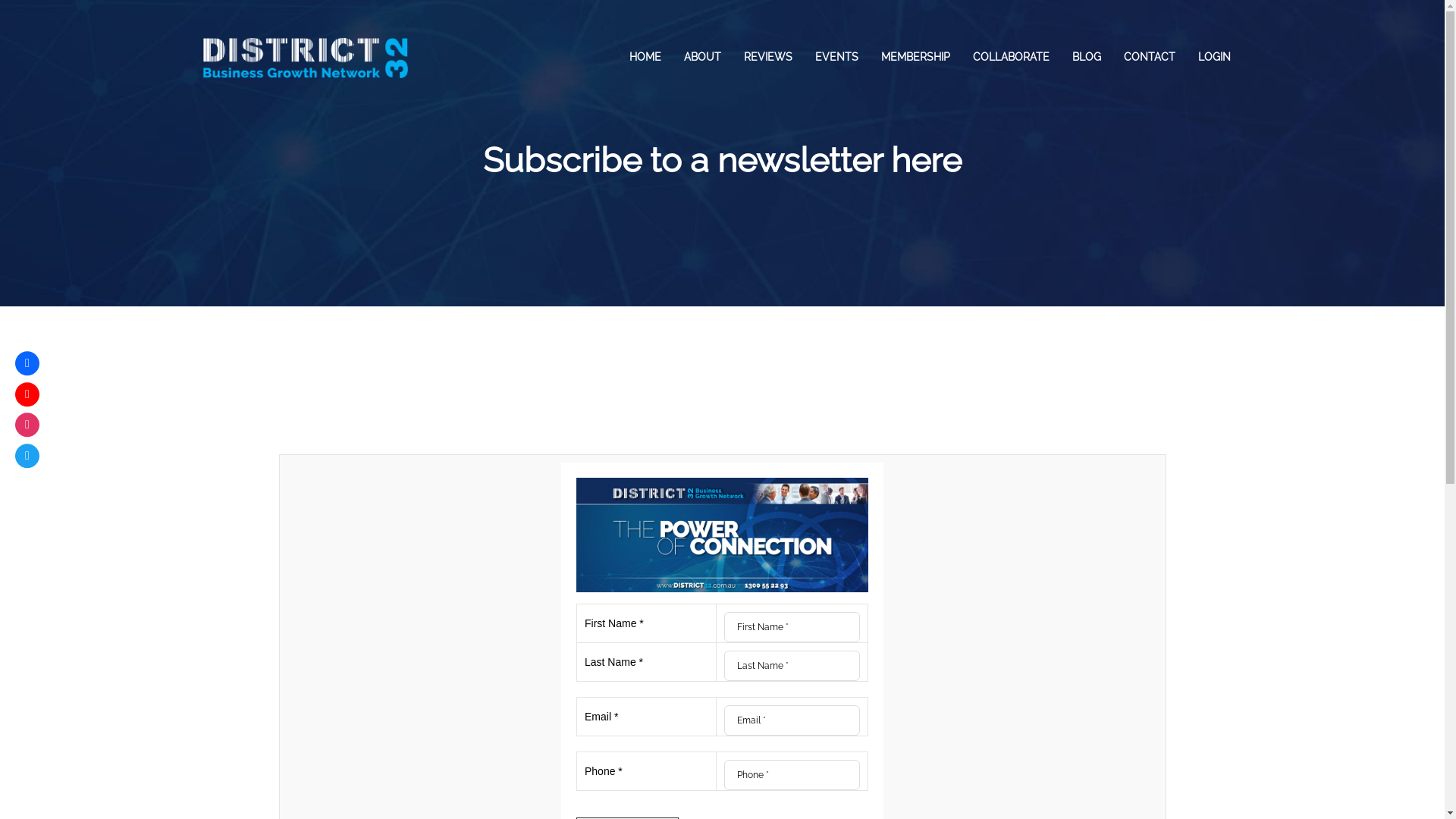 The height and width of the screenshot is (819, 1456). I want to click on 'EVENTS', so click(836, 55).